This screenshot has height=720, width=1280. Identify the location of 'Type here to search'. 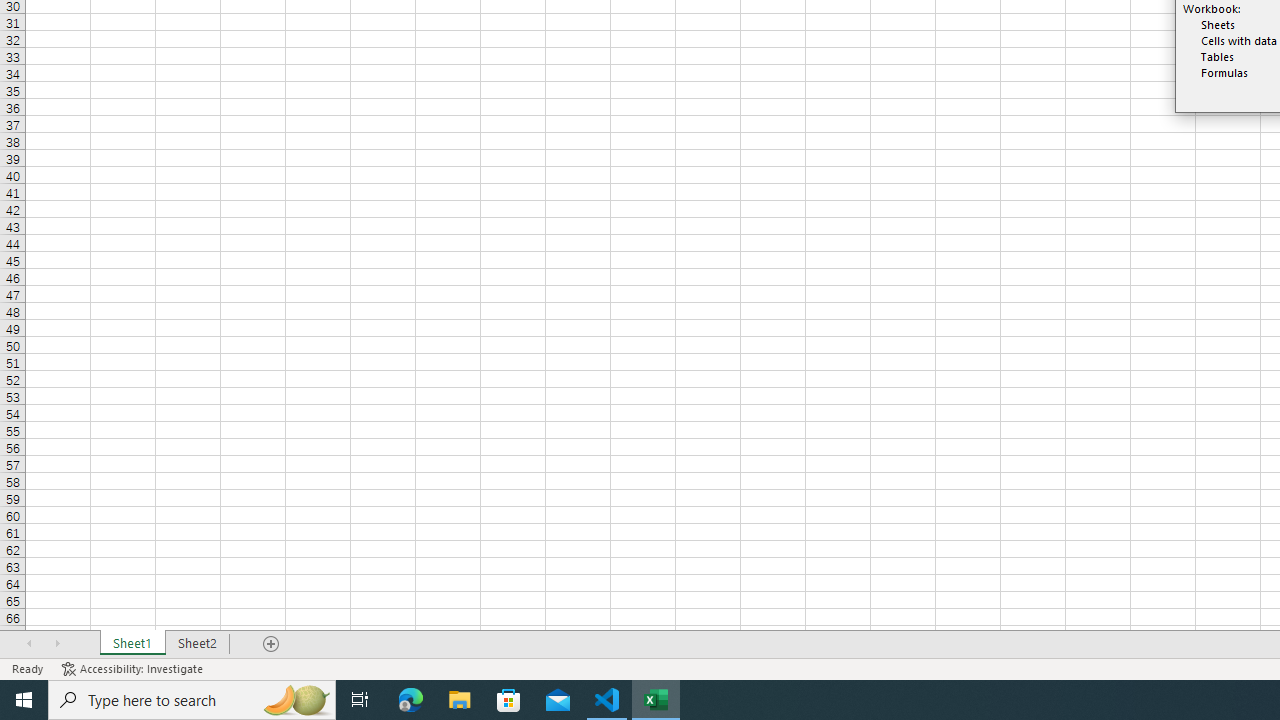
(192, 698).